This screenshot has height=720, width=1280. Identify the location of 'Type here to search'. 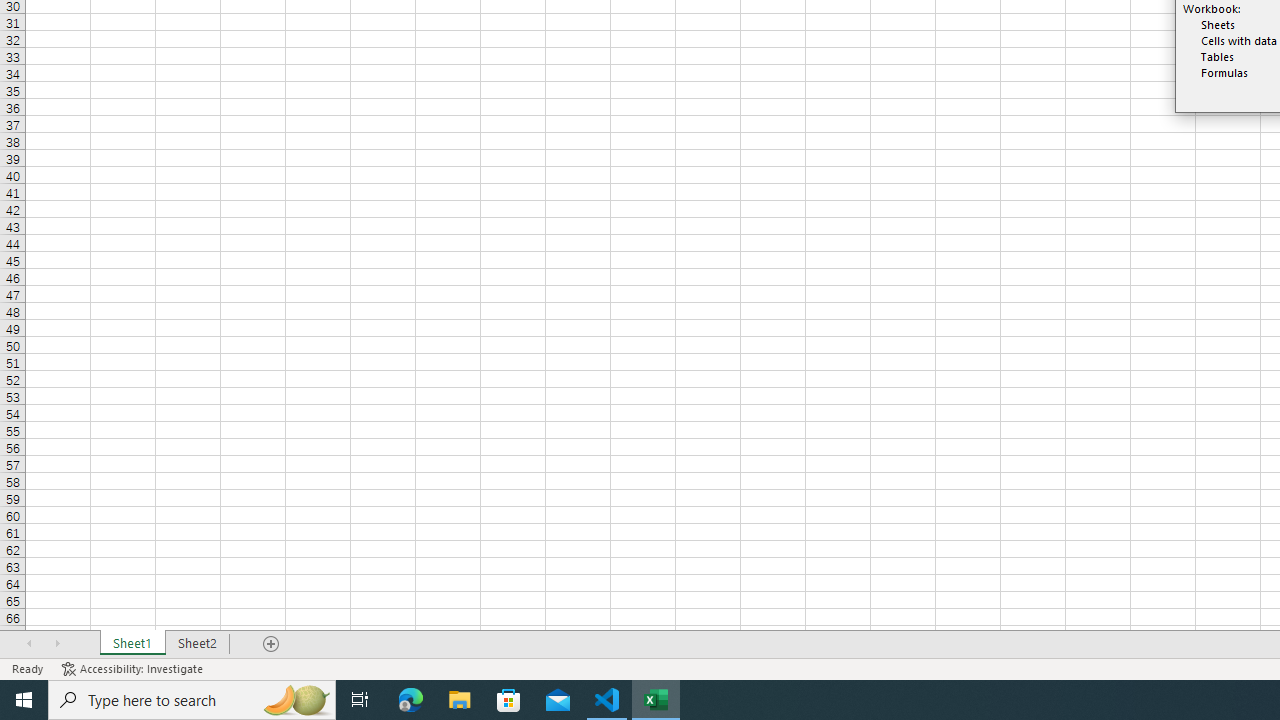
(192, 698).